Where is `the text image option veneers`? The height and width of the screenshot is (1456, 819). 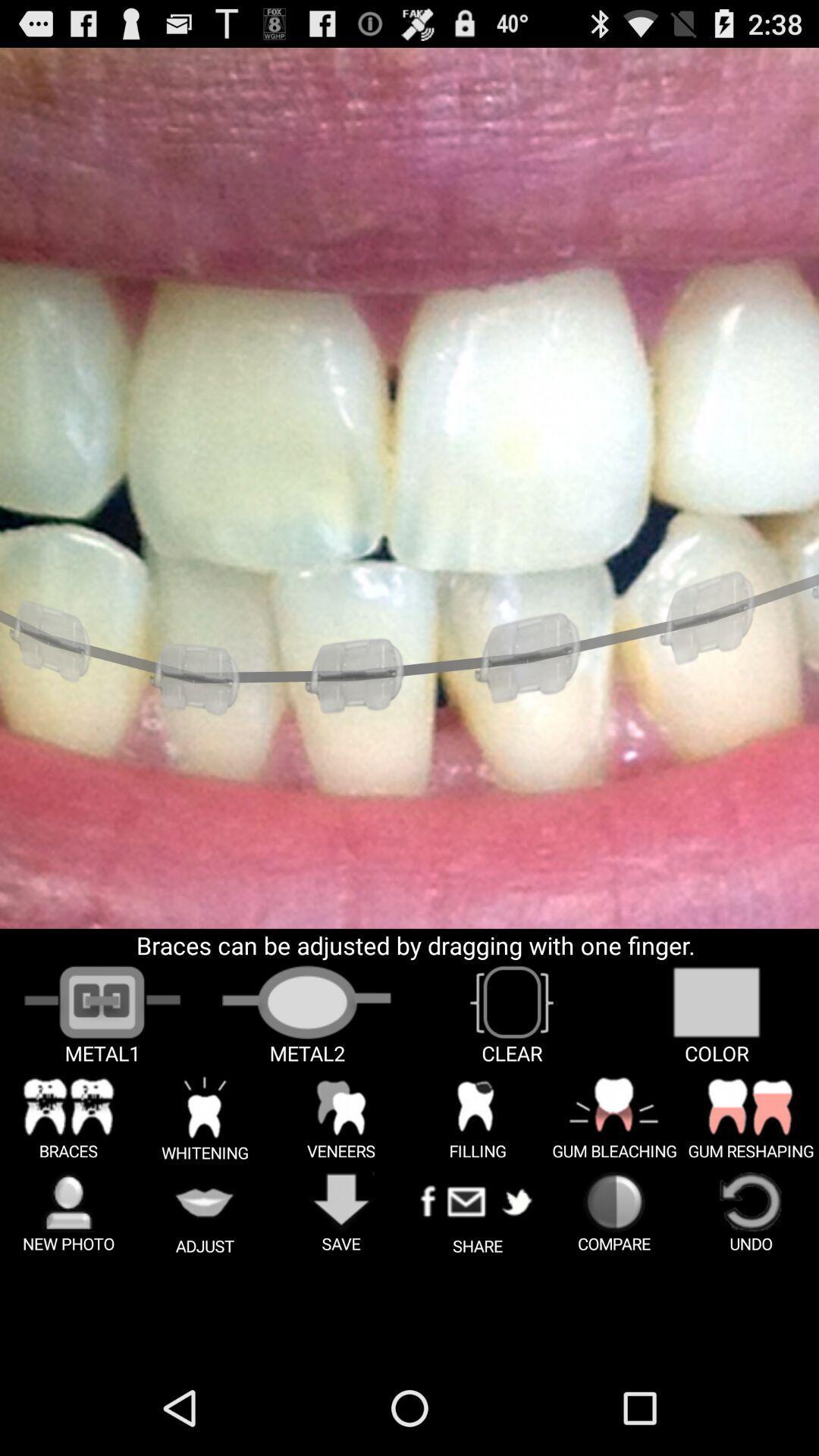
the text image option veneers is located at coordinates (341, 1118).